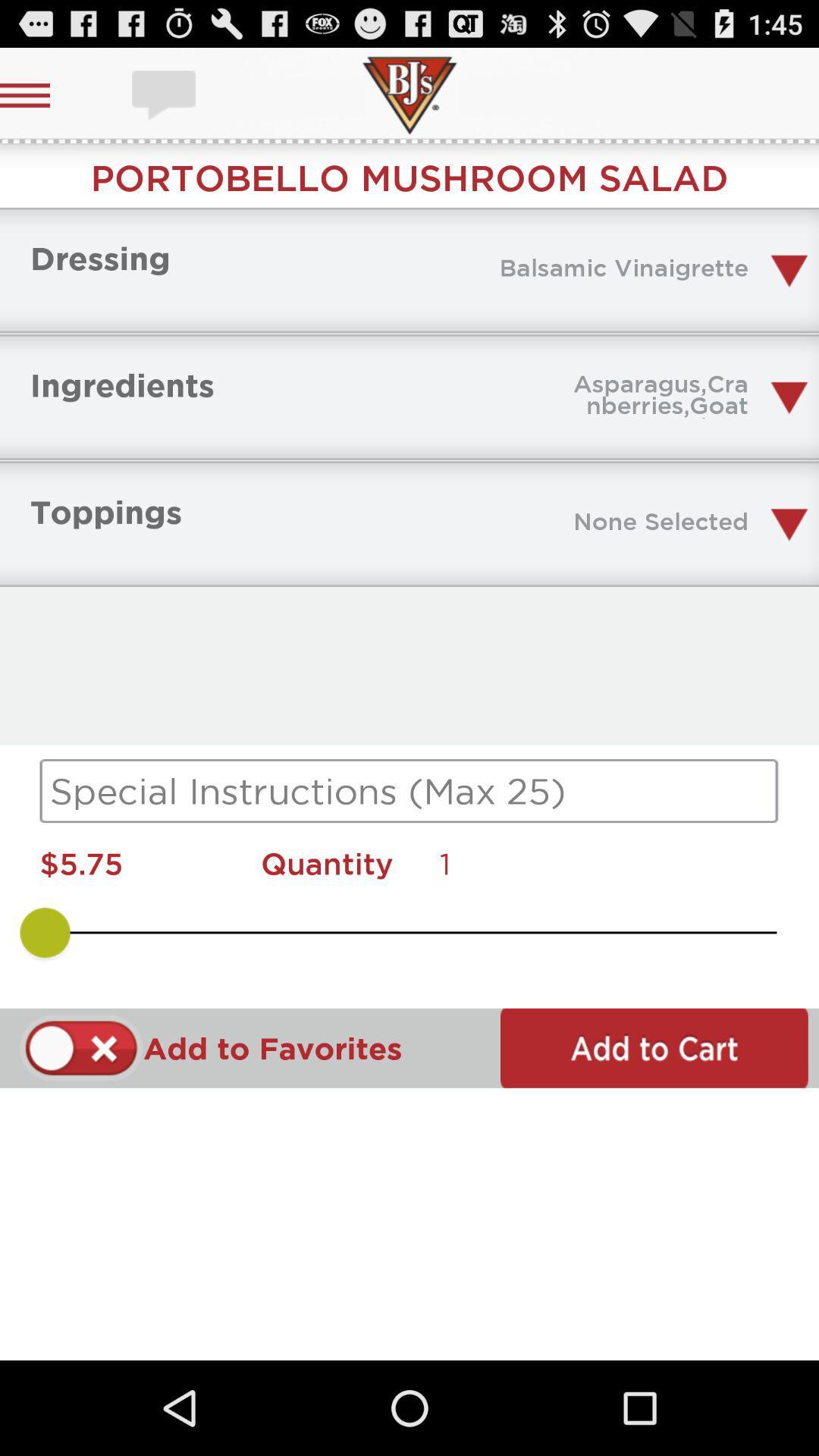  What do you see at coordinates (165, 94) in the screenshot?
I see `send message` at bounding box center [165, 94].